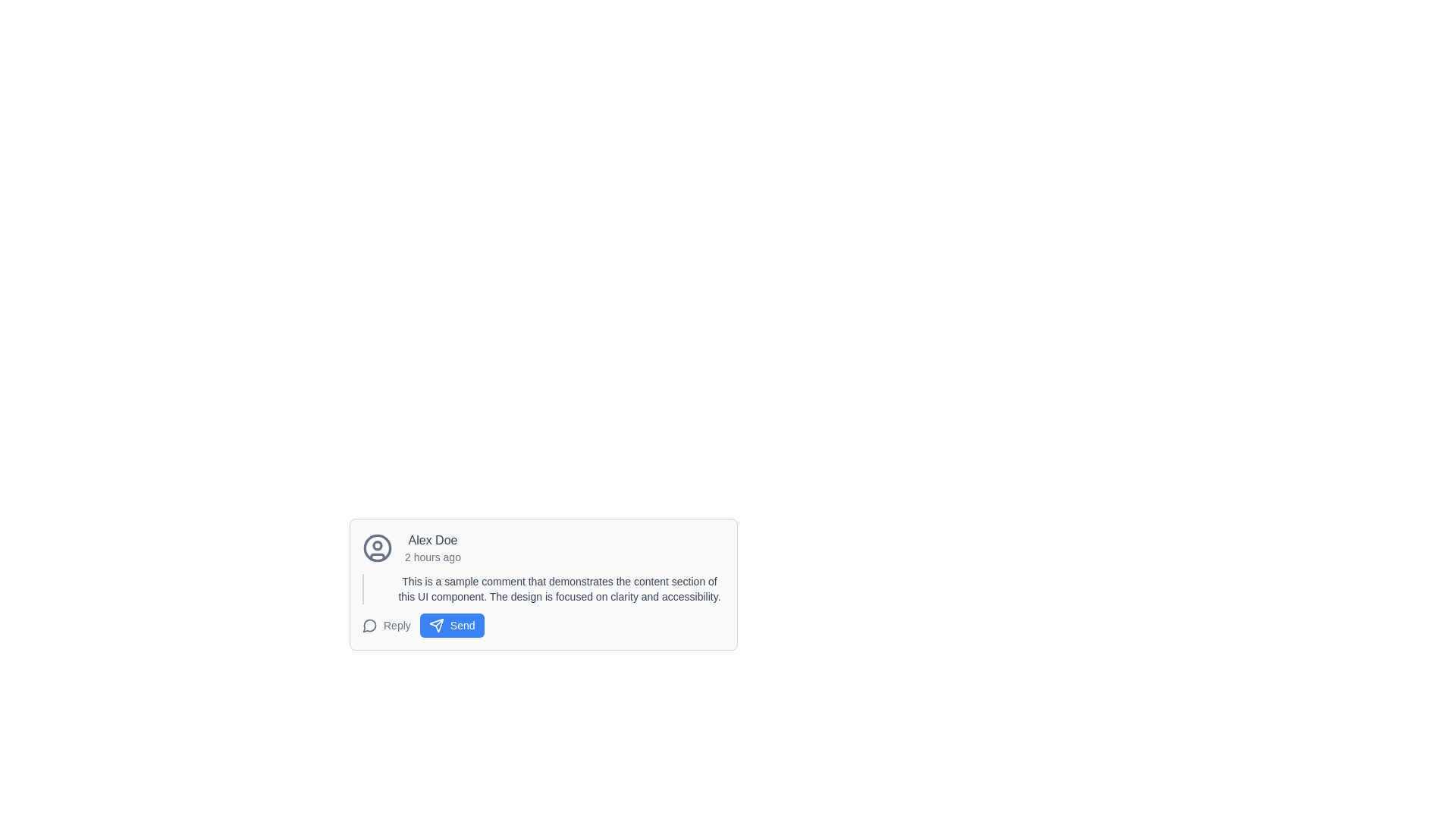 The height and width of the screenshot is (819, 1456). What do you see at coordinates (378, 548) in the screenshot?
I see `the decorative circle outline icon located at the top-left corner of the comment box, which is the largest of three nested elements in the profile picture display` at bounding box center [378, 548].